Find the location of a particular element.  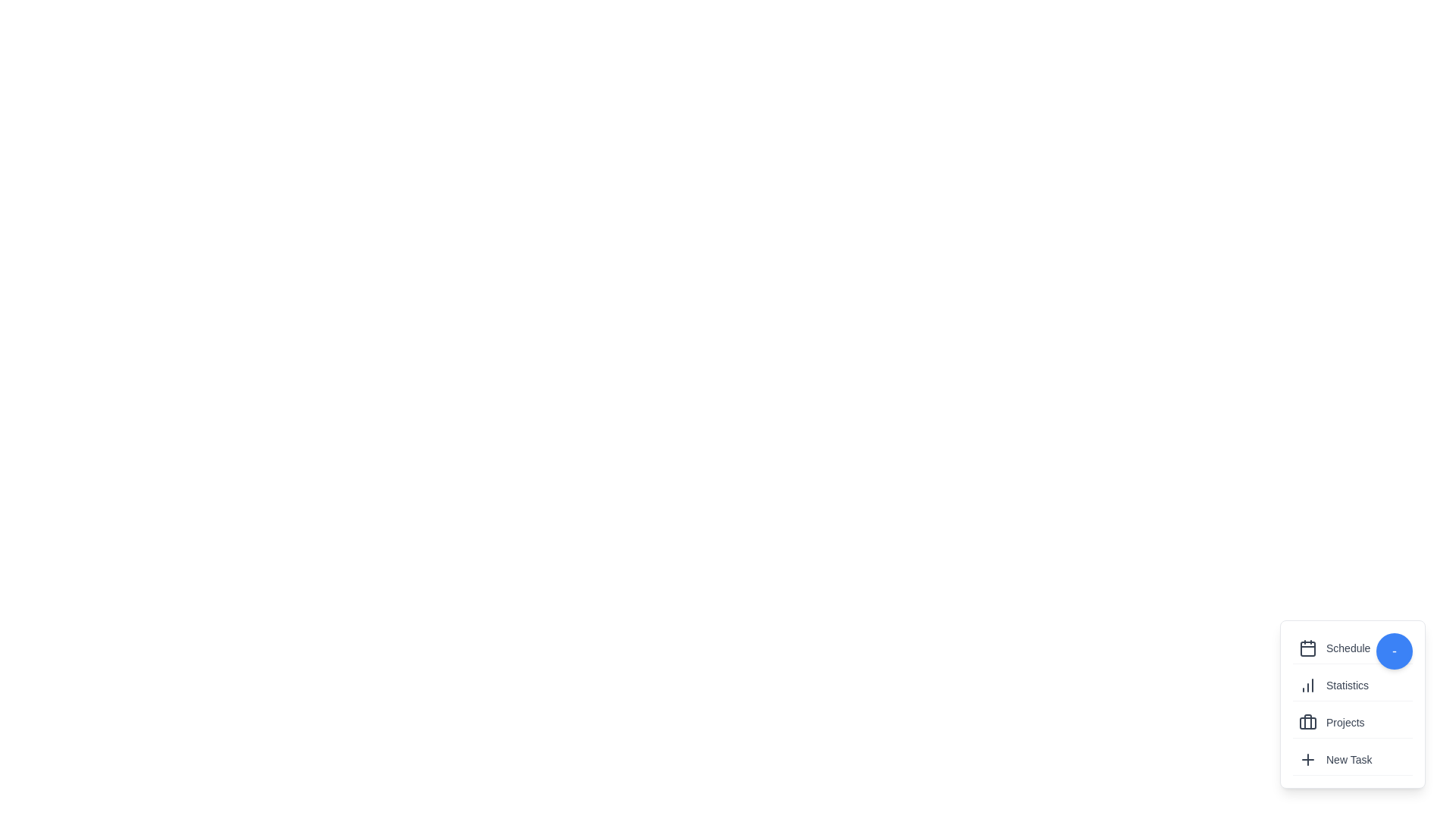

the circular blue button with a white dash symbol at the top-right corner of the white panel is located at coordinates (1394, 651).